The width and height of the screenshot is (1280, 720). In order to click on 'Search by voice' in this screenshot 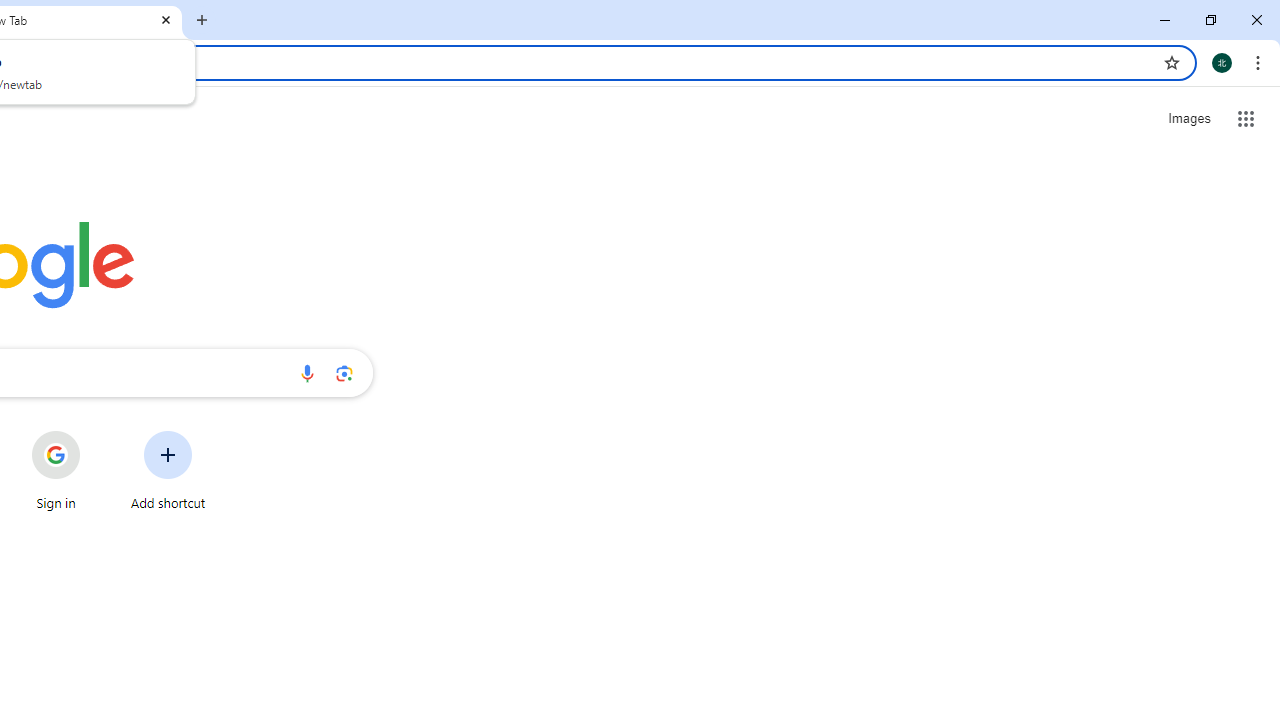, I will do `click(306, 372)`.